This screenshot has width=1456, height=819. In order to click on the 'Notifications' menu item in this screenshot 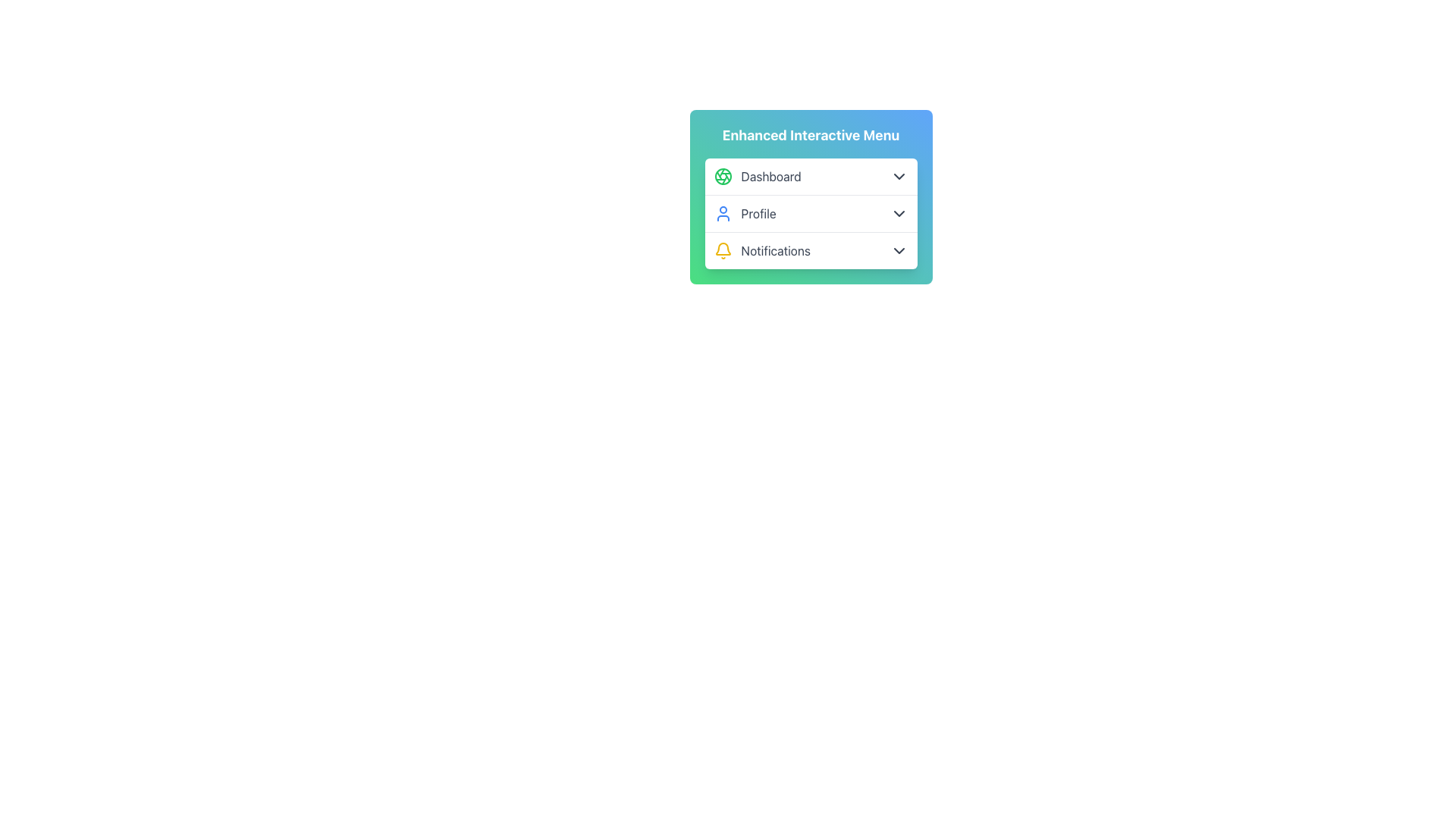, I will do `click(810, 250)`.